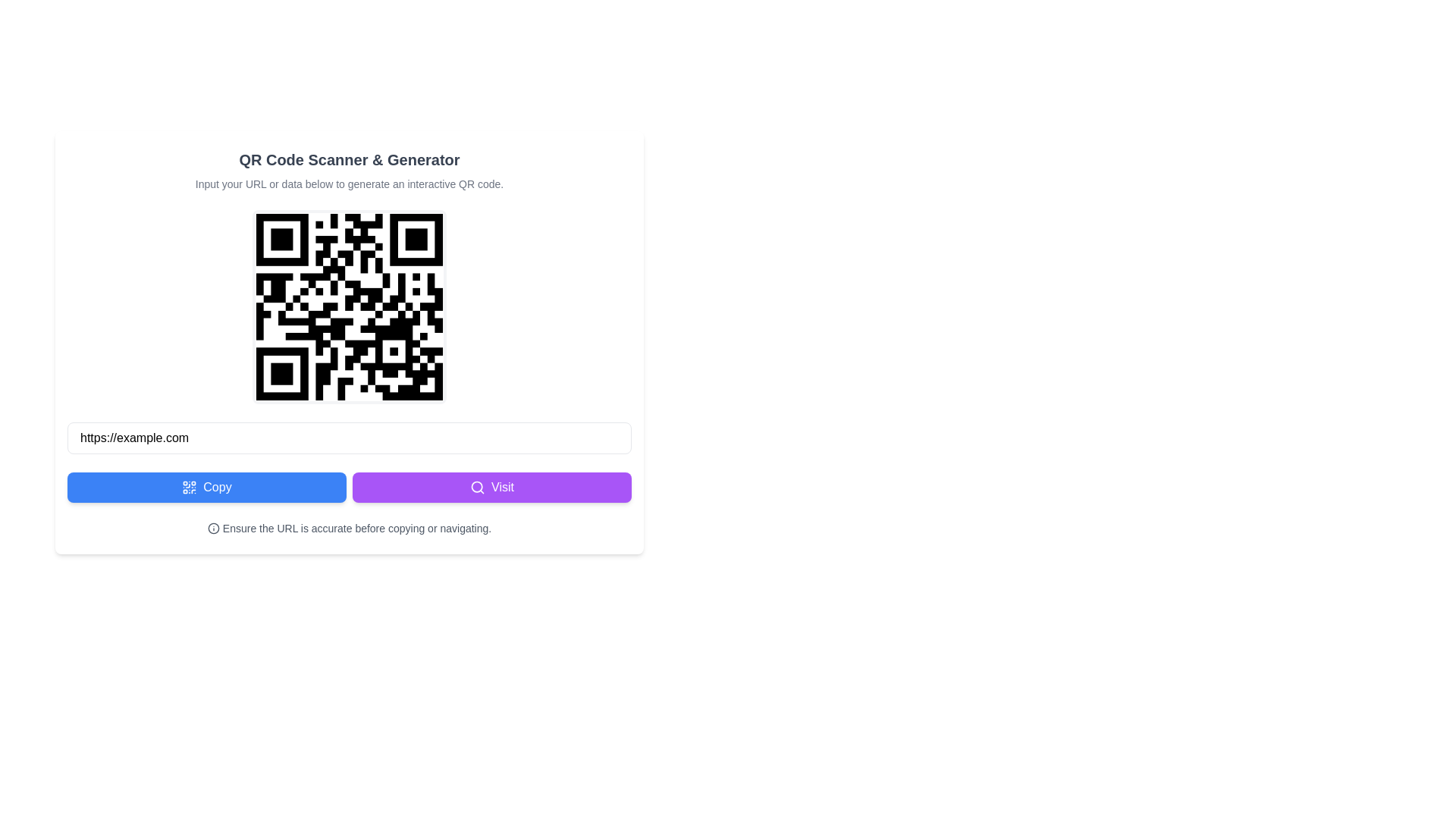 This screenshot has width=1456, height=819. I want to click on the SVG Circle element that is part of a magnifying glass icon, located at the top right portion of the interface, so click(476, 487).